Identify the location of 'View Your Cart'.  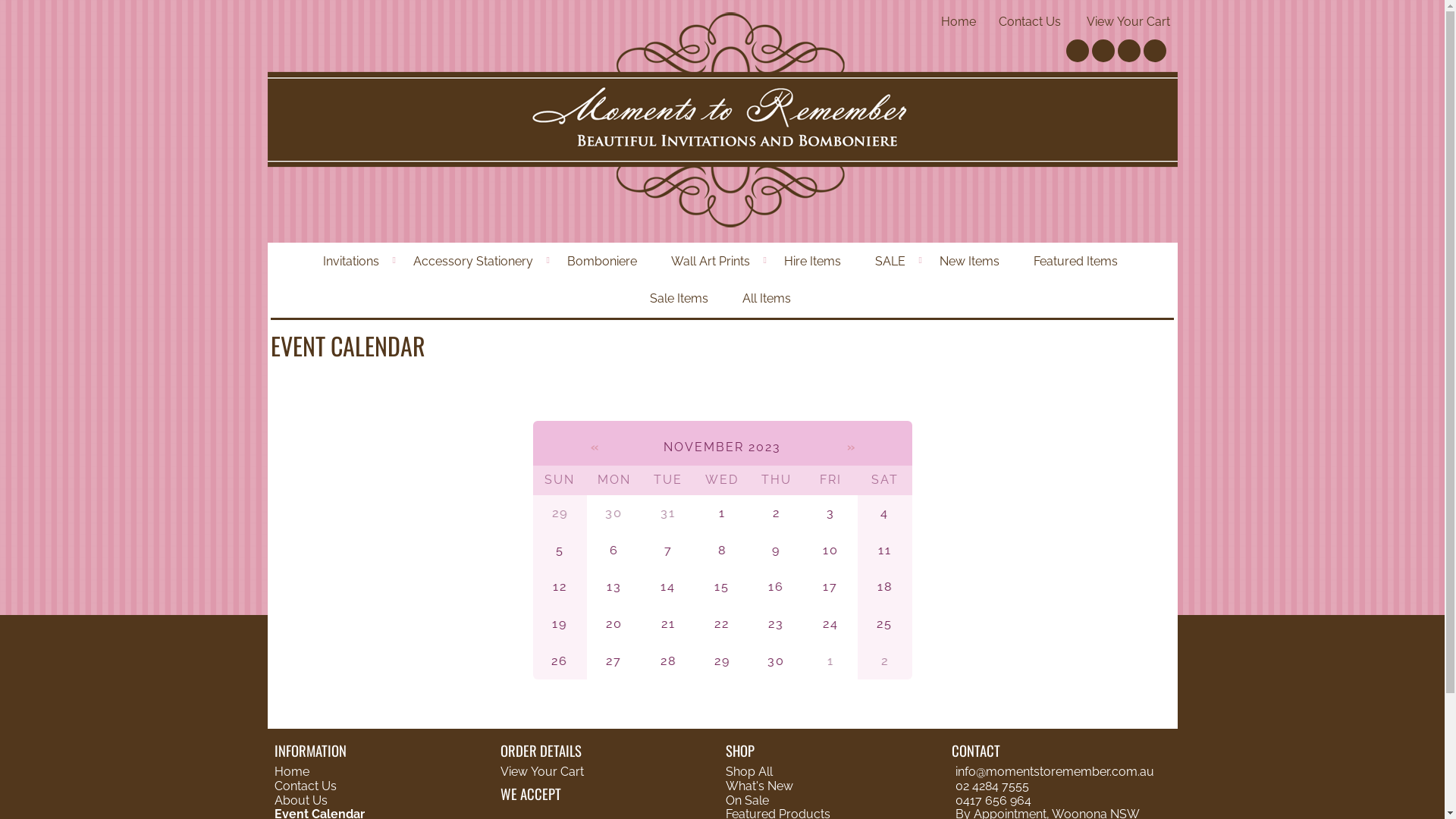
(1128, 21).